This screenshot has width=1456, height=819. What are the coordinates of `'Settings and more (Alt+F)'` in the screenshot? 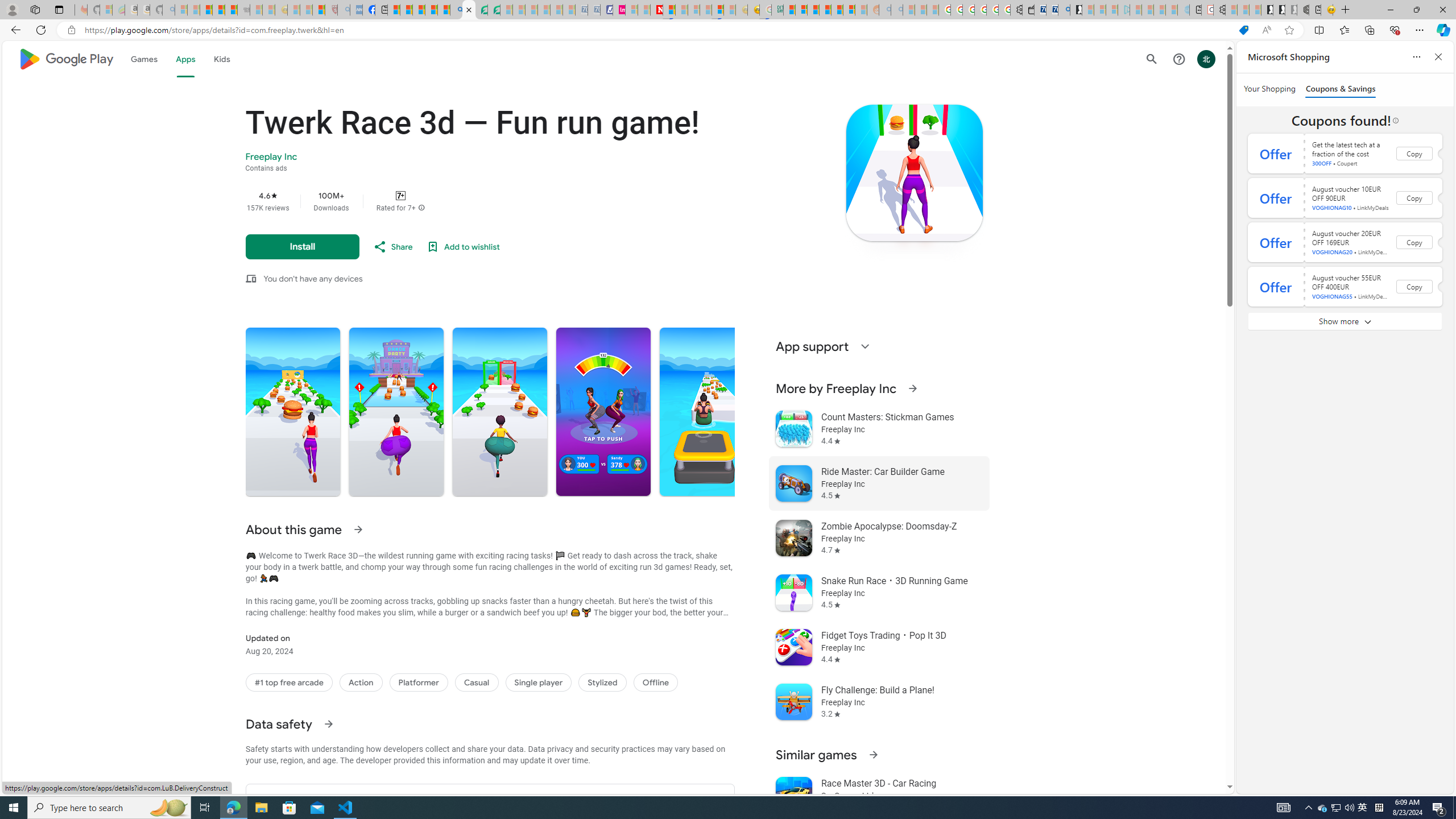 It's located at (1419, 29).